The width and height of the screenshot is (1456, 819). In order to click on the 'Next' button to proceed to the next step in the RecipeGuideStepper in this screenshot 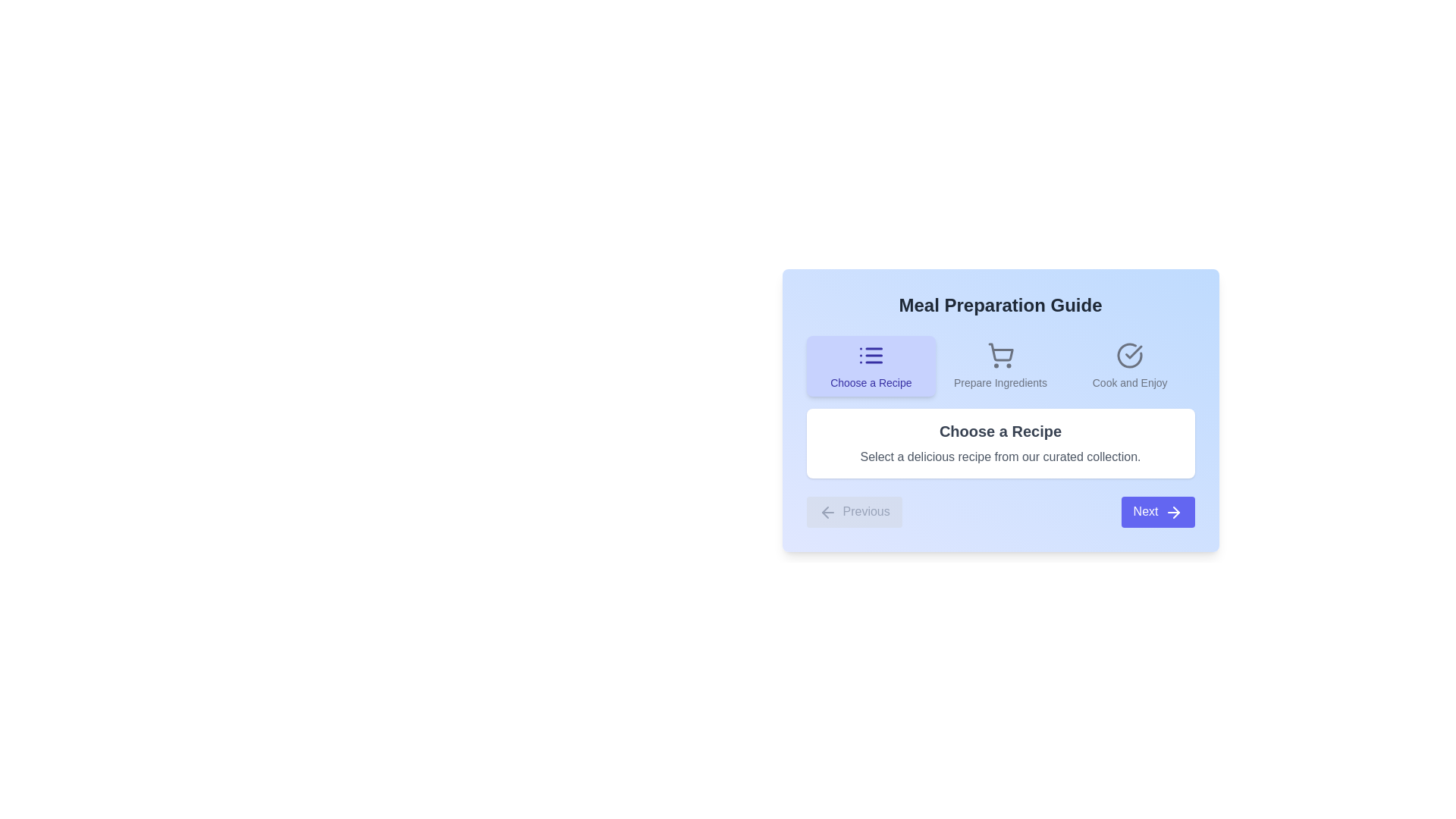, I will do `click(1156, 512)`.